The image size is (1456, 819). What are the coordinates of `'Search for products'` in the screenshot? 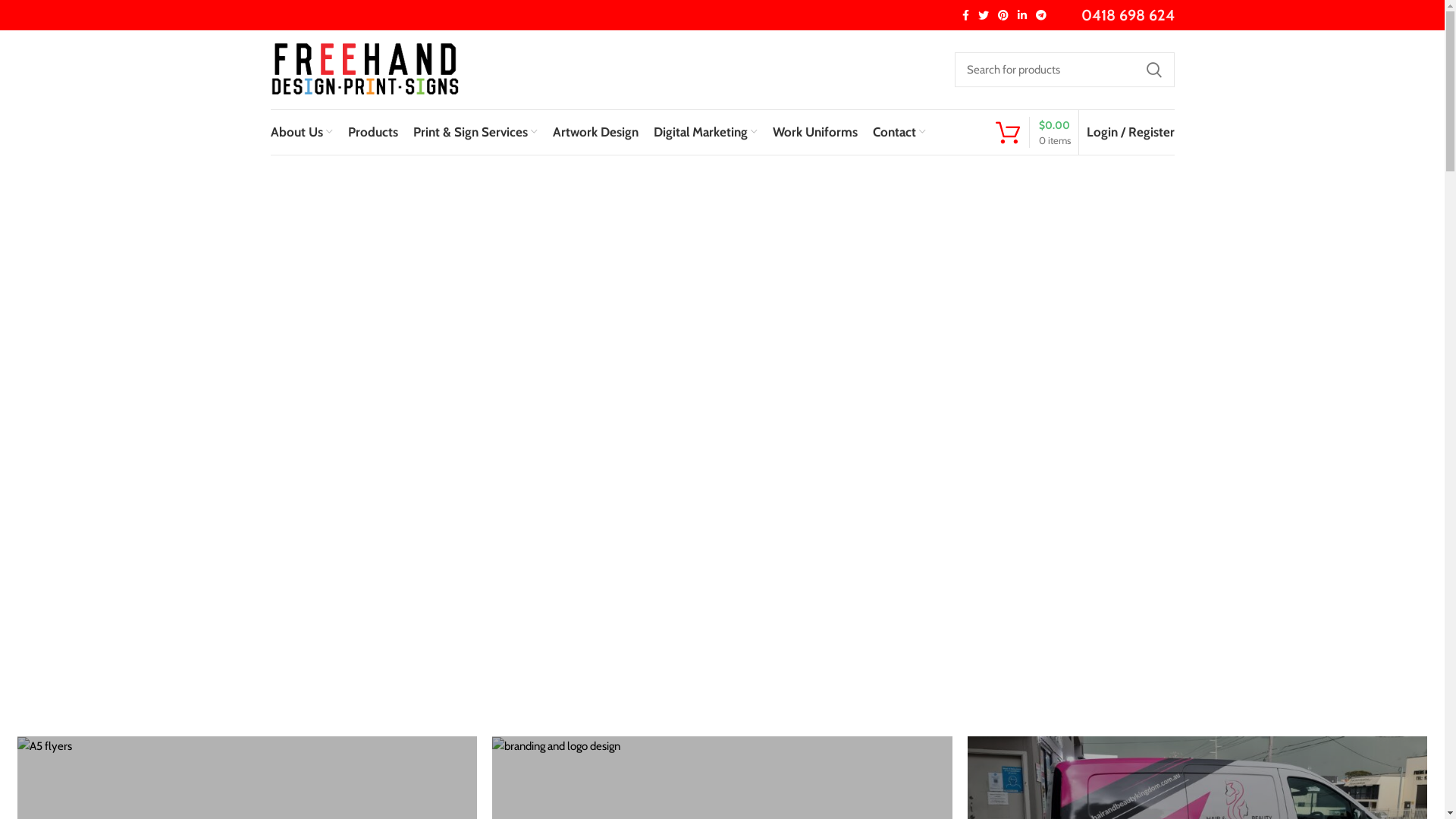 It's located at (1062, 70).